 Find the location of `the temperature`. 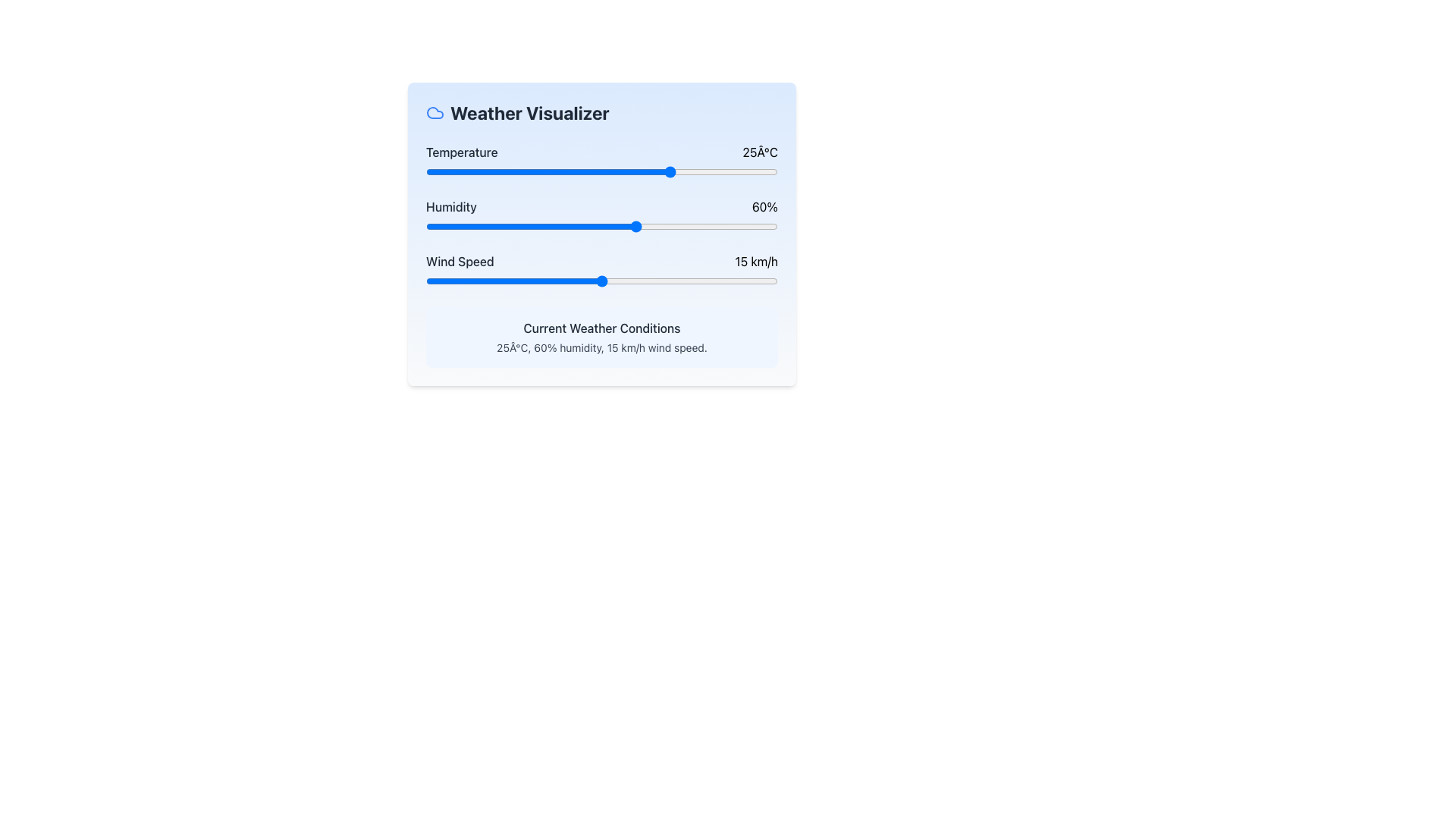

the temperature is located at coordinates (460, 171).